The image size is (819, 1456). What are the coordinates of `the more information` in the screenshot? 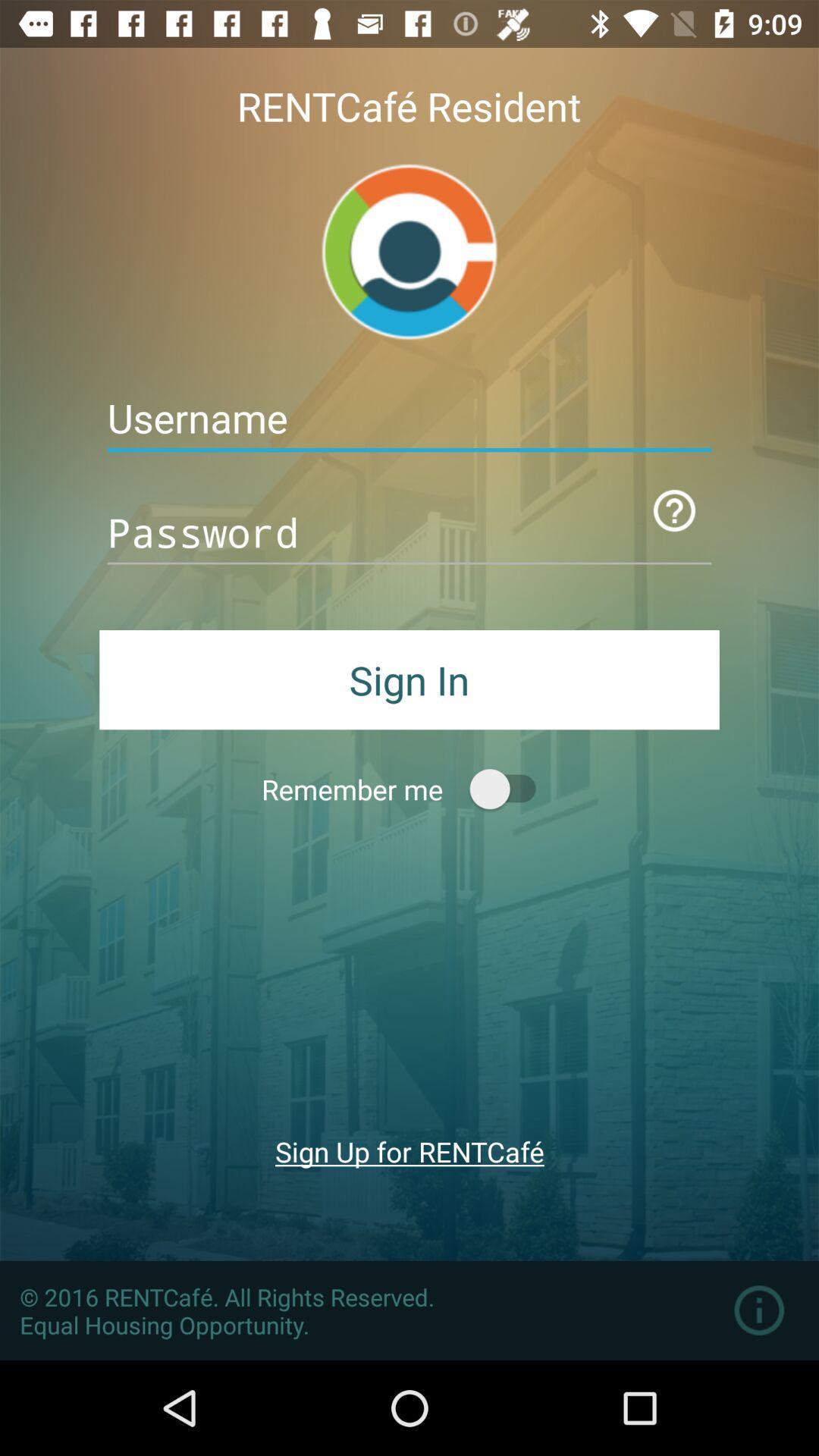 It's located at (759, 1310).